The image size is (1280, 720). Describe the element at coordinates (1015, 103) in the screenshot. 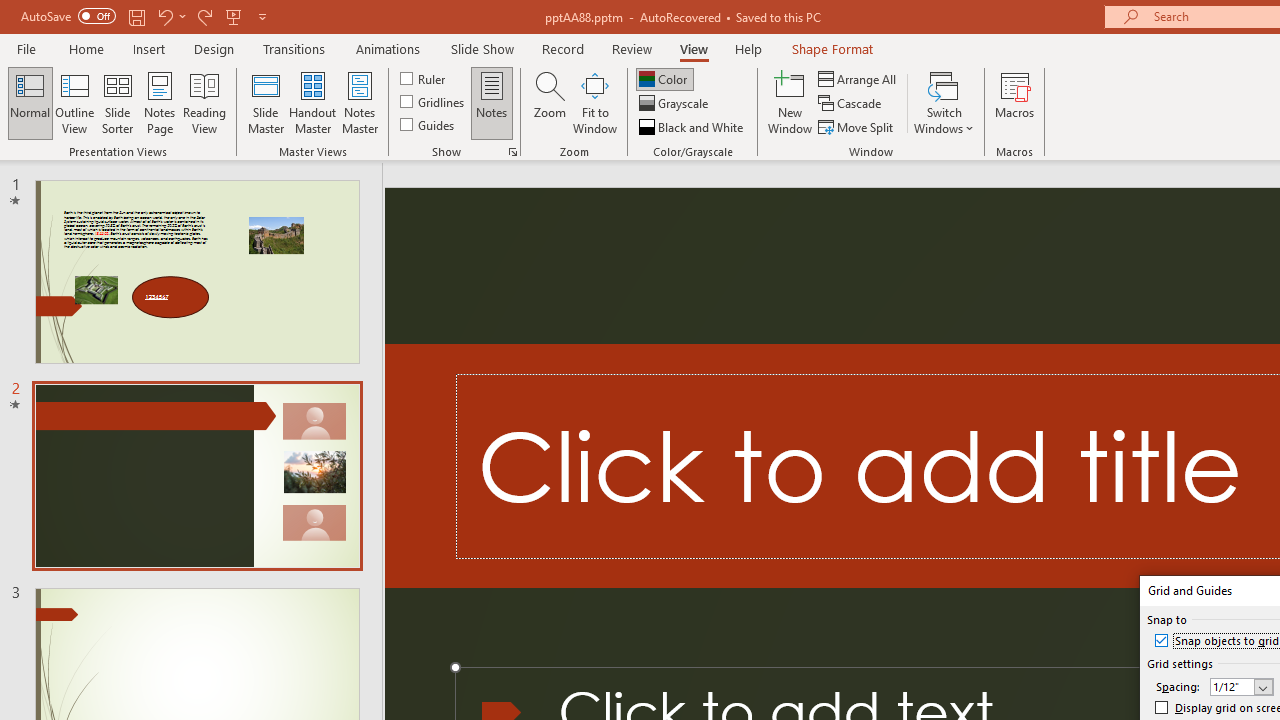

I see `'Macros'` at that location.